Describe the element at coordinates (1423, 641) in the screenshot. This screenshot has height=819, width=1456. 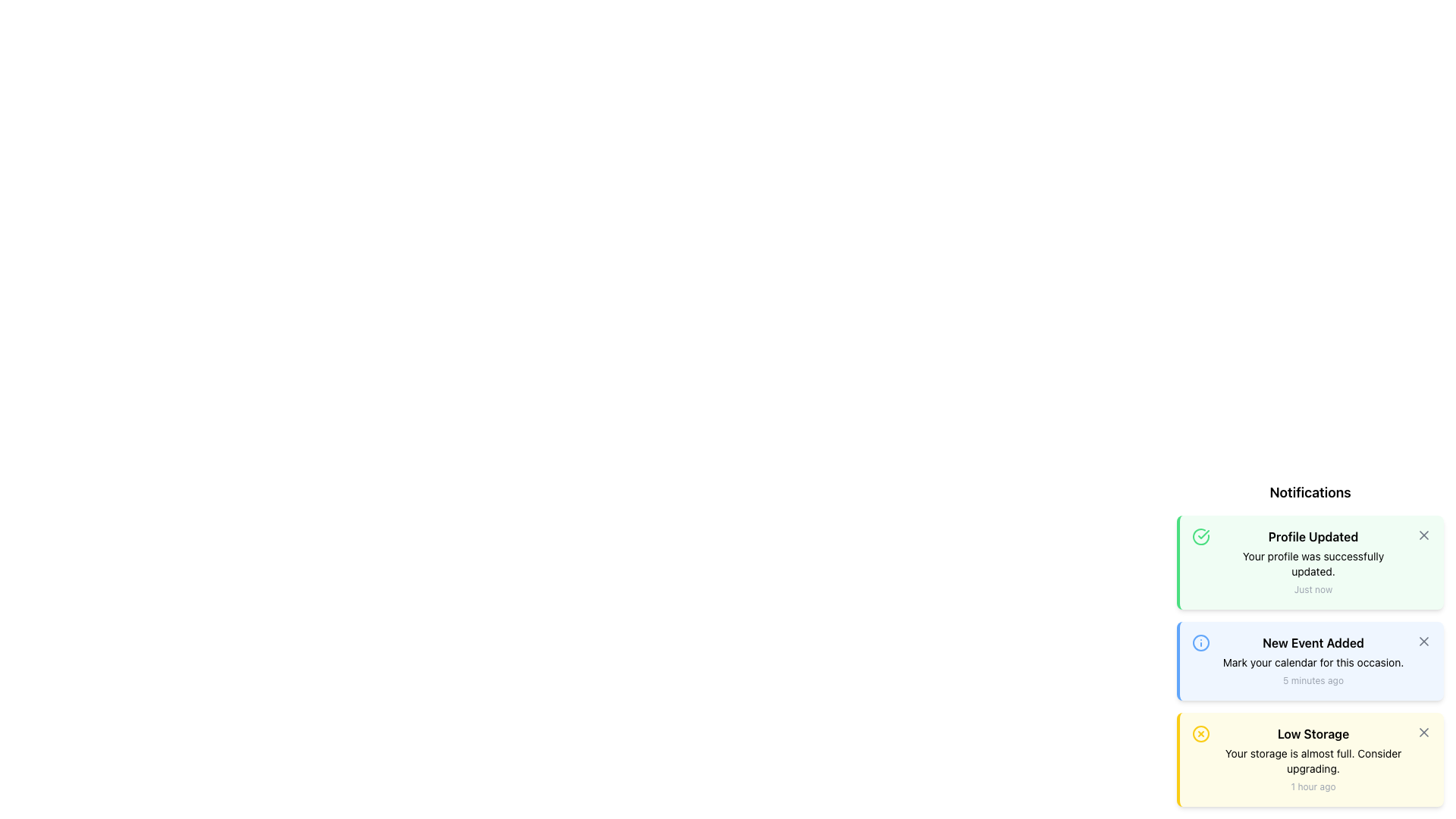
I see `the dismiss button, which is a small gray 'X' icon located in the top-right corner of the 'New Event Added' notification card` at that location.